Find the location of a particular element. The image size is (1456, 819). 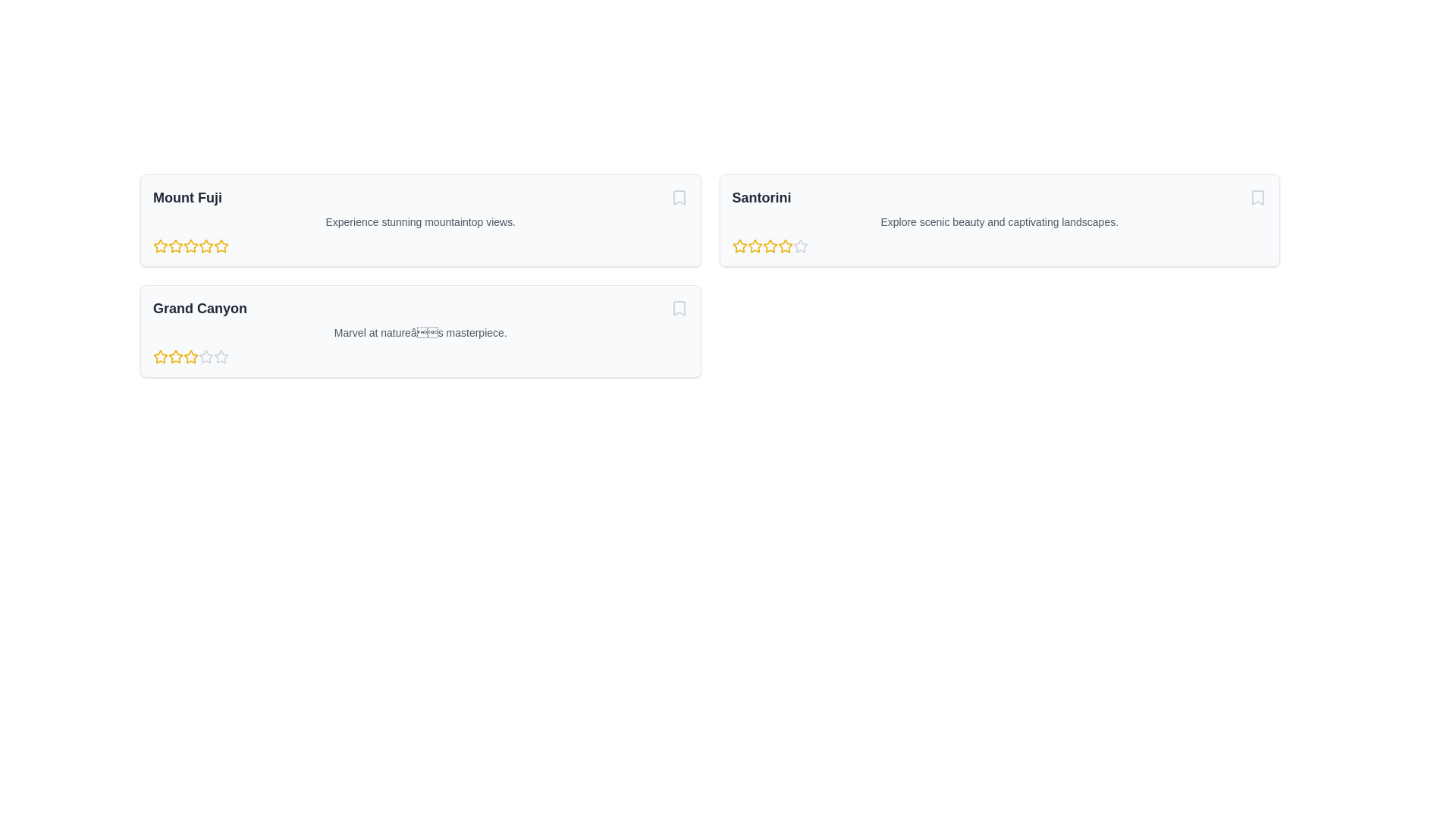

the Bookmark icon for the destination Mount Fuji to toggle its favorite status is located at coordinates (678, 197).